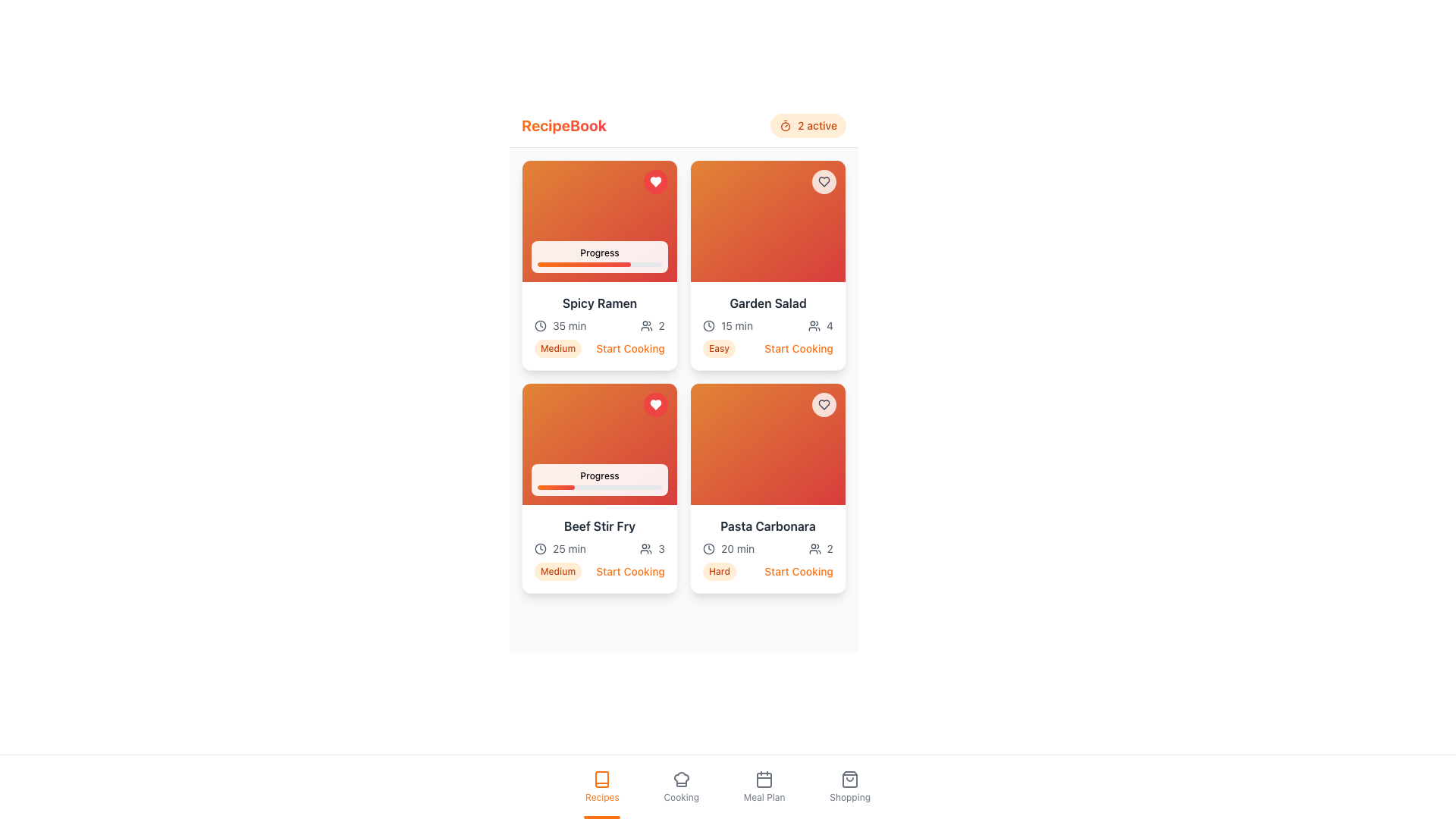  I want to click on the decorative visual header of the 'Garden Salad' card, which features a gradient background from orange to red and includes a small circular button at the top right corner, so click(767, 221).